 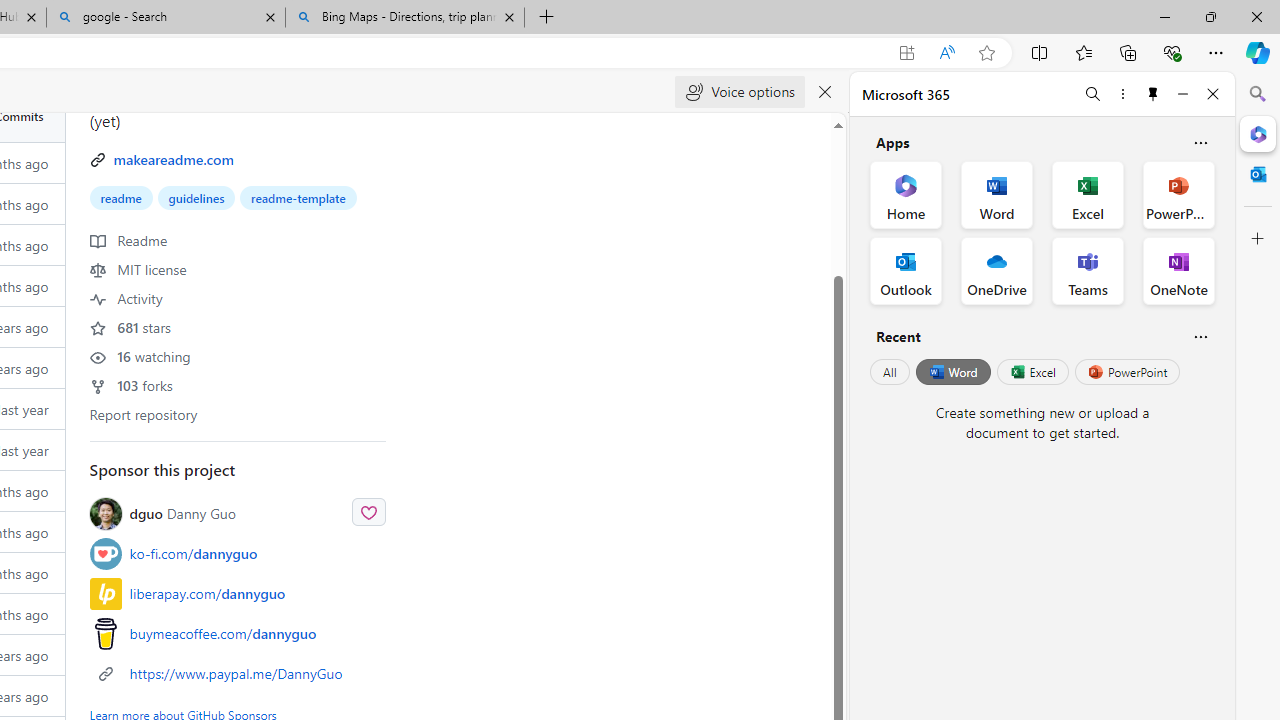 What do you see at coordinates (137, 268) in the screenshot?
I see `' MIT license'` at bounding box center [137, 268].